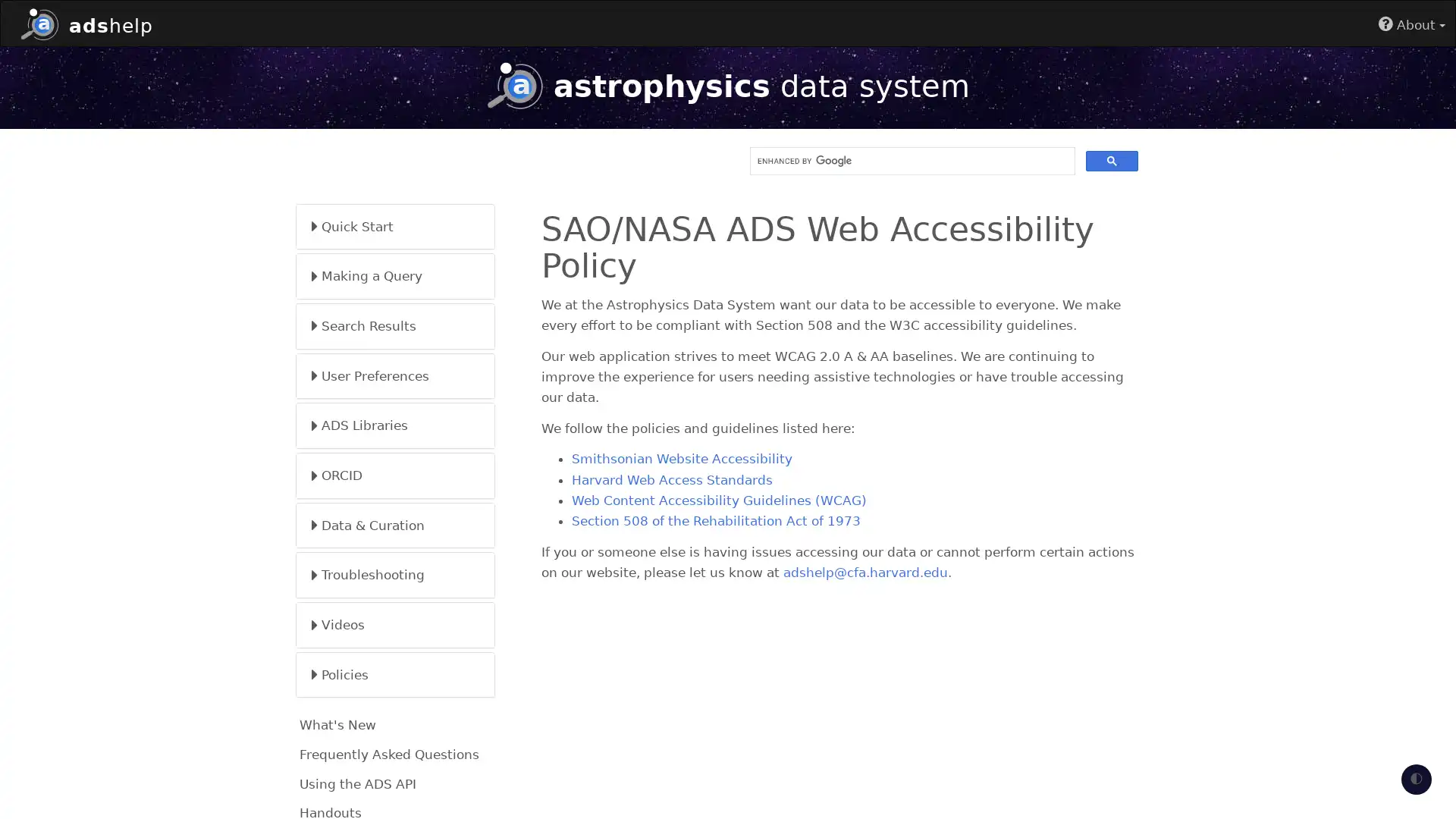  Describe the element at coordinates (395, 474) in the screenshot. I see `ORCID` at that location.